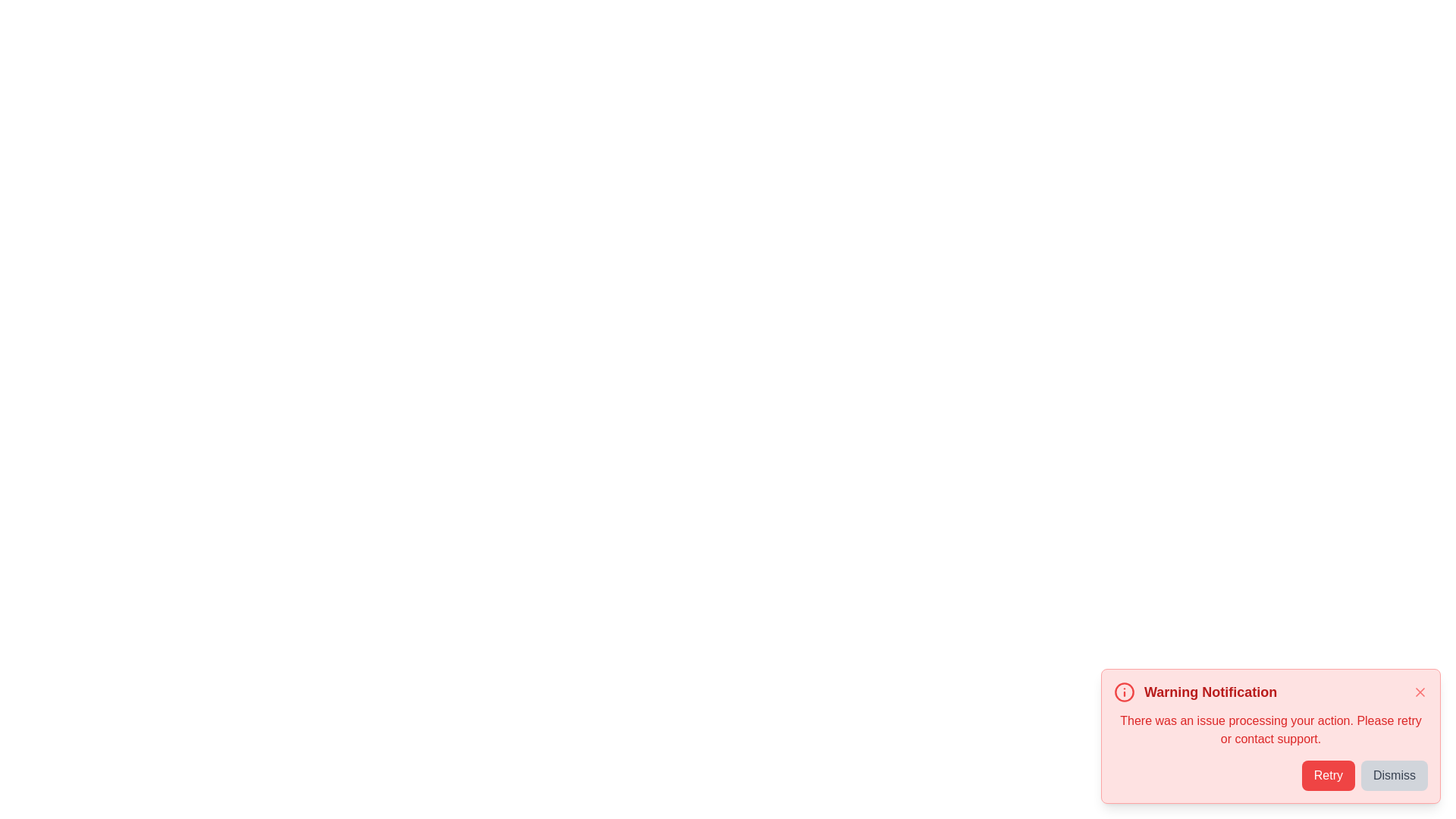 This screenshot has width=1456, height=819. Describe the element at coordinates (1394, 775) in the screenshot. I see `the 'Dismiss' button to close the notification` at that location.